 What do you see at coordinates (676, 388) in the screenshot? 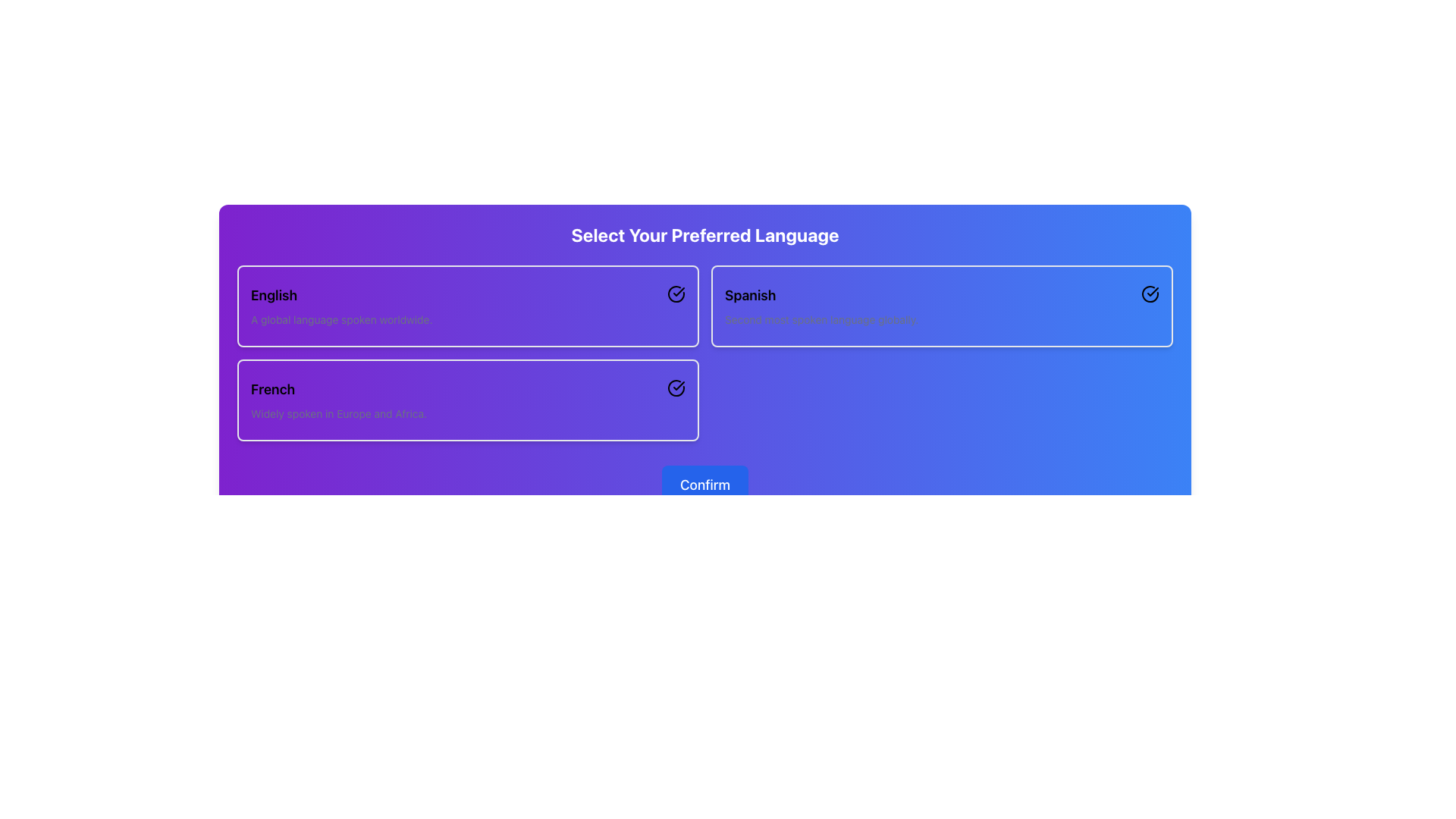
I see `the checkbox icon indicating the selection of the 'French' language option, which is highlighted to show the user's choice` at bounding box center [676, 388].